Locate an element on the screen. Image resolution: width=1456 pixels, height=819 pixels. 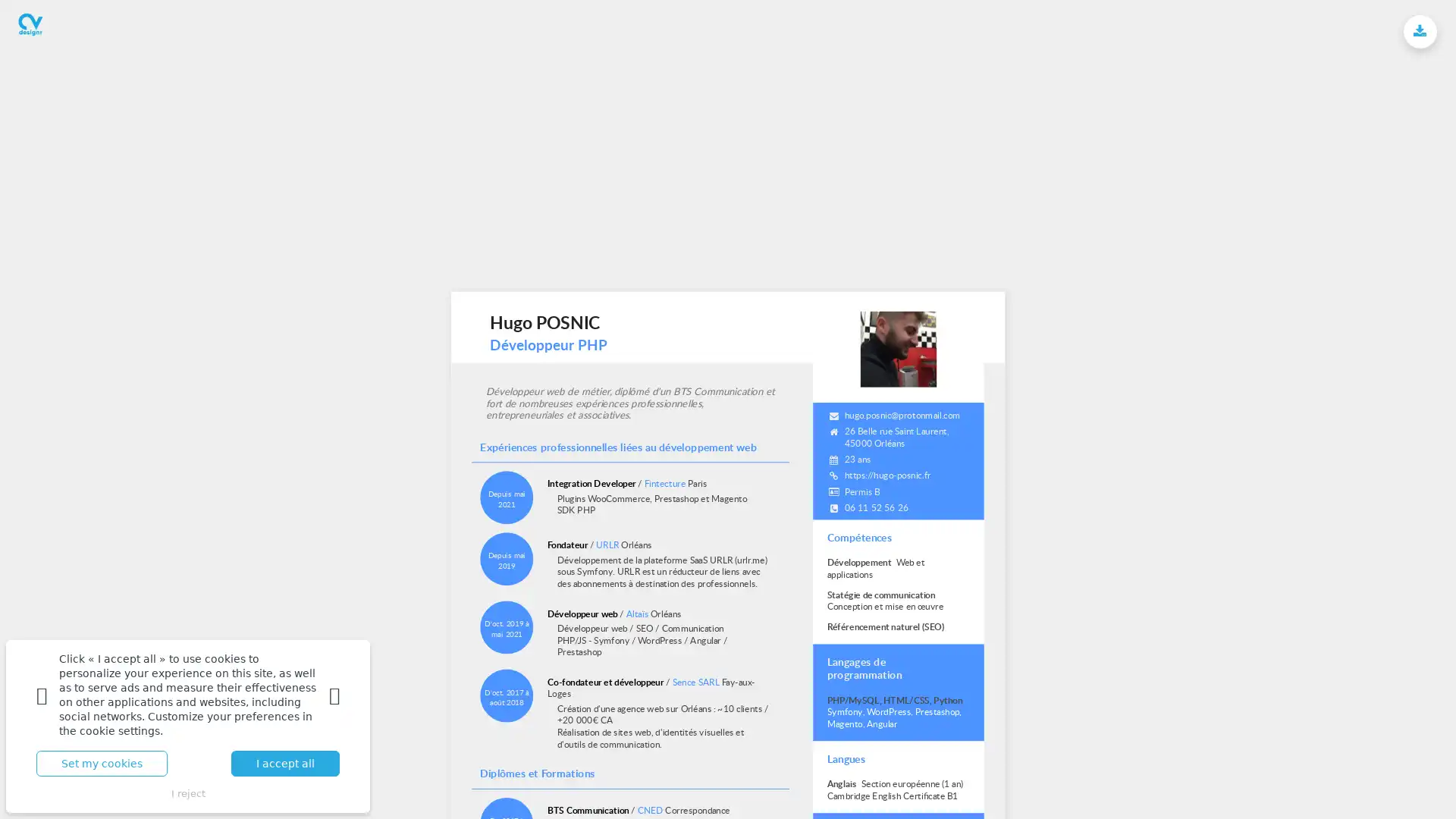
I accept all is located at coordinates (285, 763).